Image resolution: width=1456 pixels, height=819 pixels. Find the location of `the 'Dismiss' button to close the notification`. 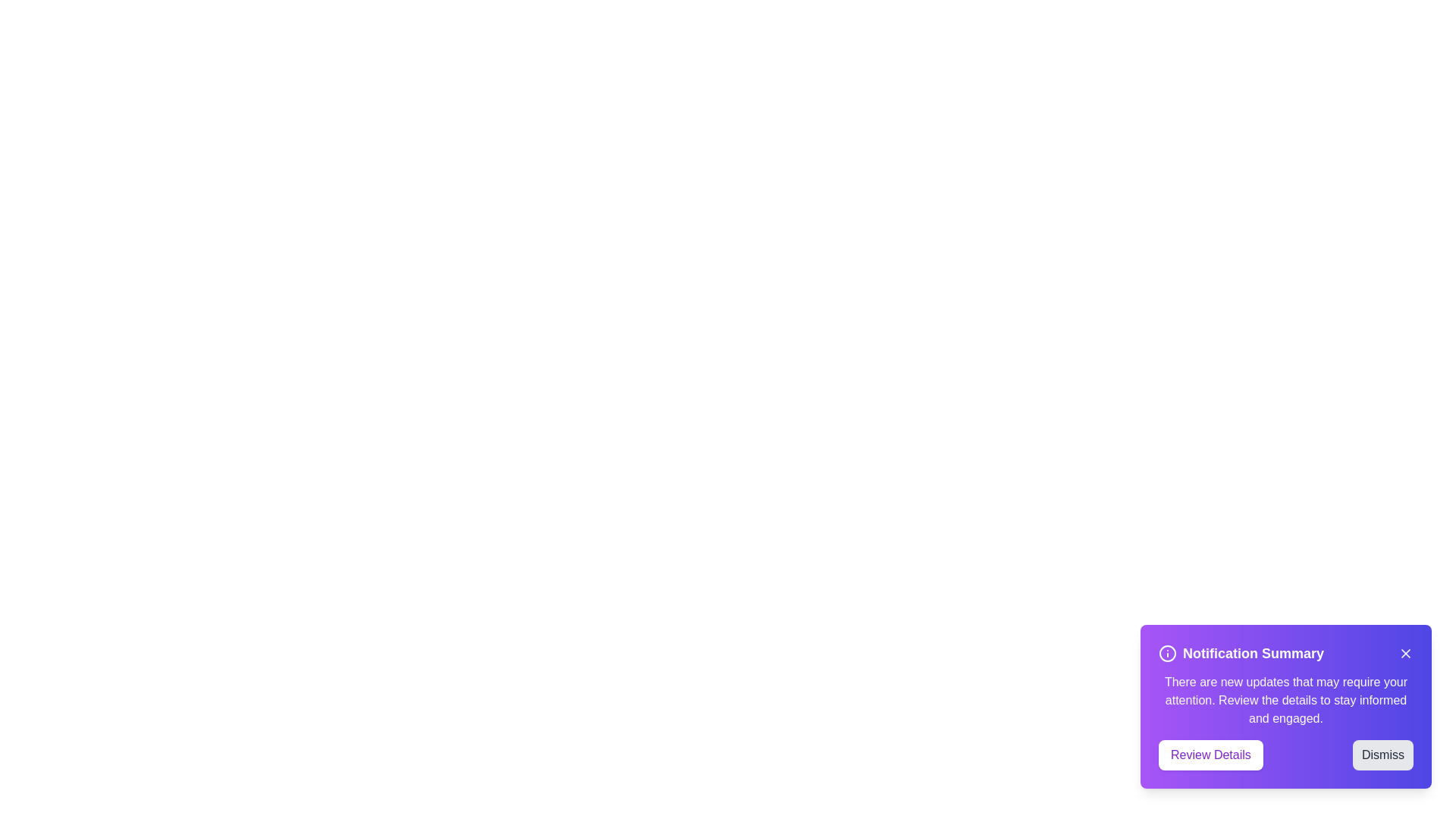

the 'Dismiss' button to close the notification is located at coordinates (1383, 755).